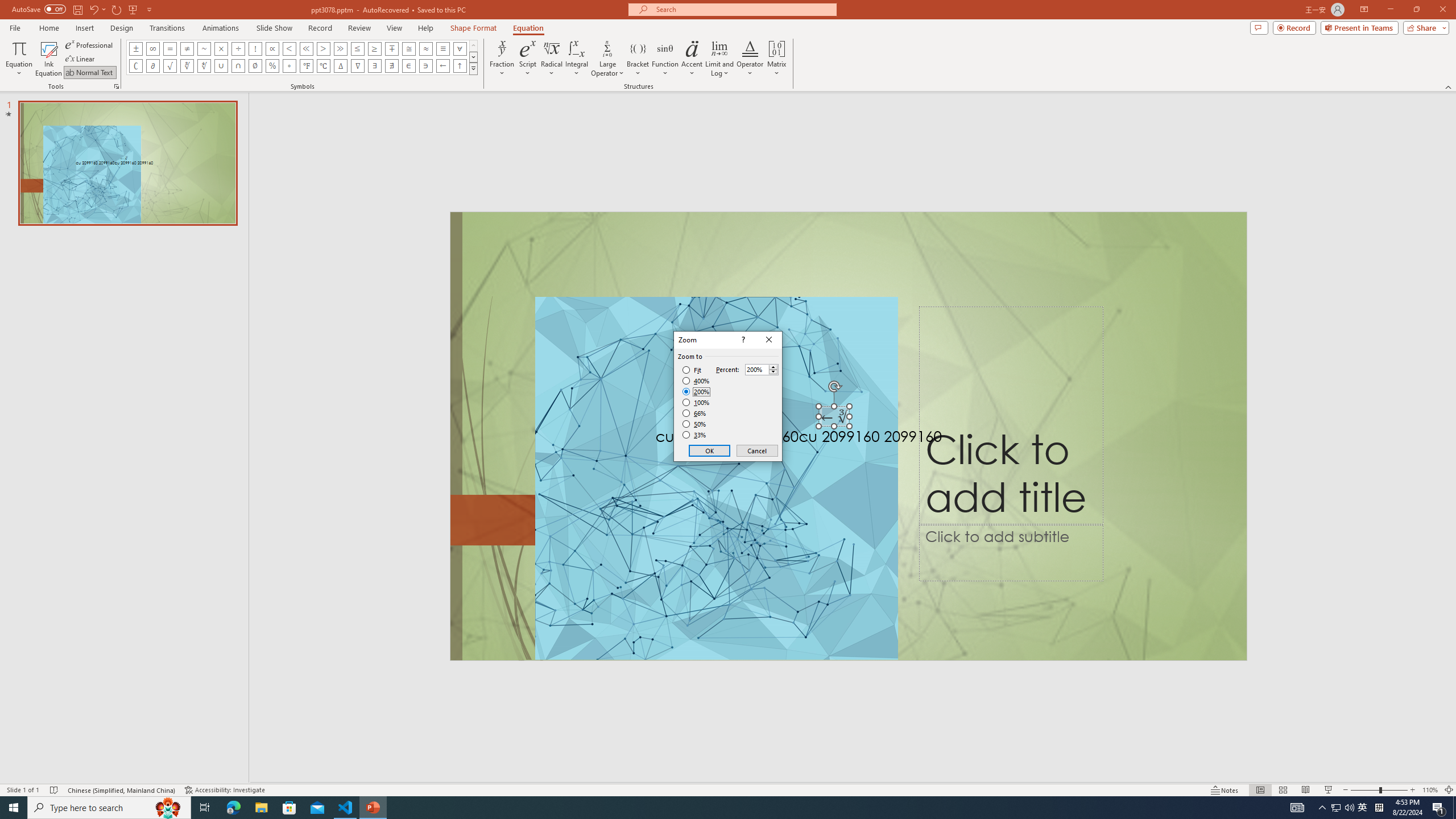 The image size is (1456, 819). Describe the element at coordinates (749, 59) in the screenshot. I see `'Operator'` at that location.